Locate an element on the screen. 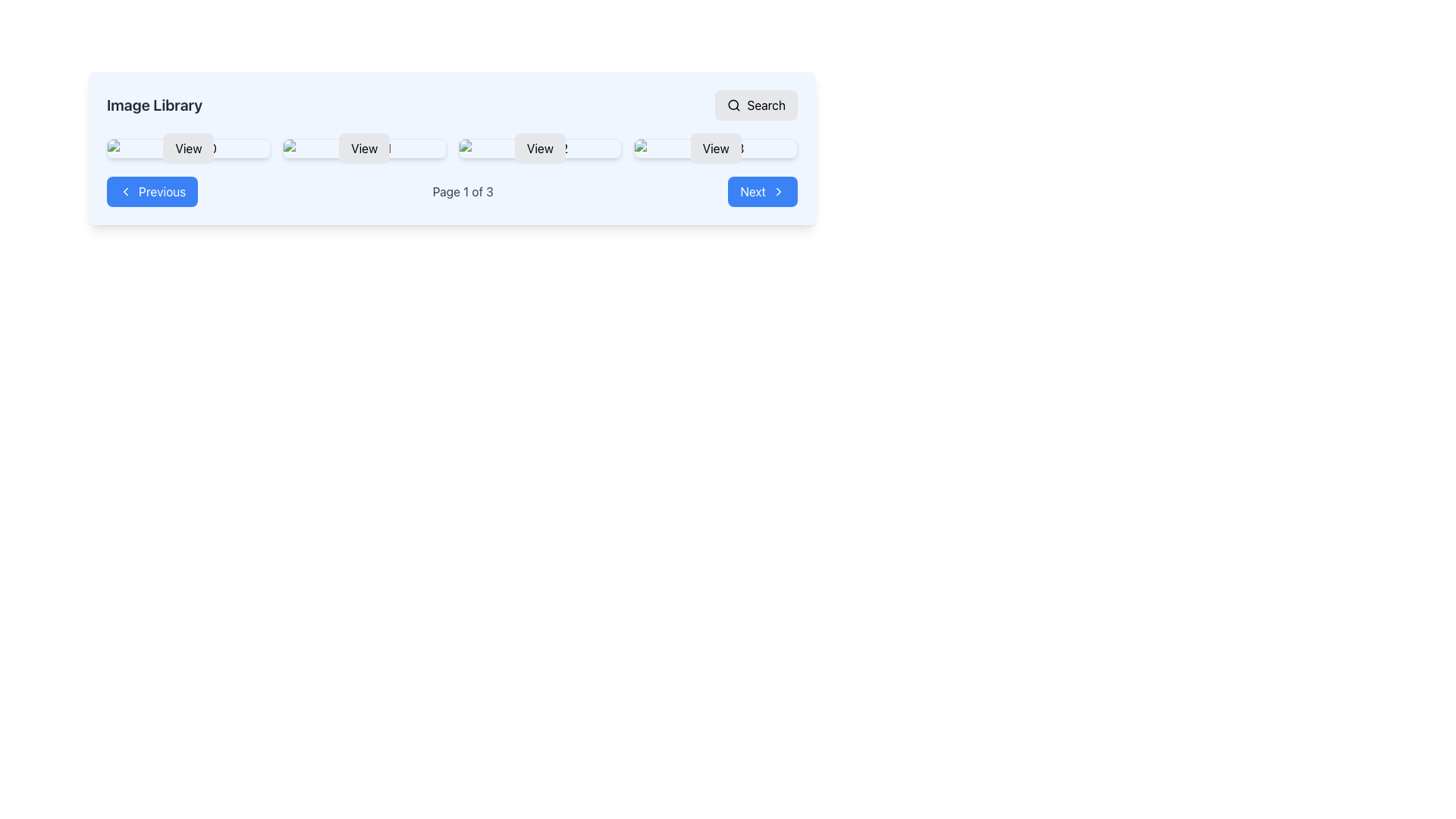 The image size is (1456, 819). the graphical indicator icon that reinforces the 'Next' action, located at the far-right end of the 'Next' button in the bottom-right corner of the main interface is located at coordinates (779, 191).